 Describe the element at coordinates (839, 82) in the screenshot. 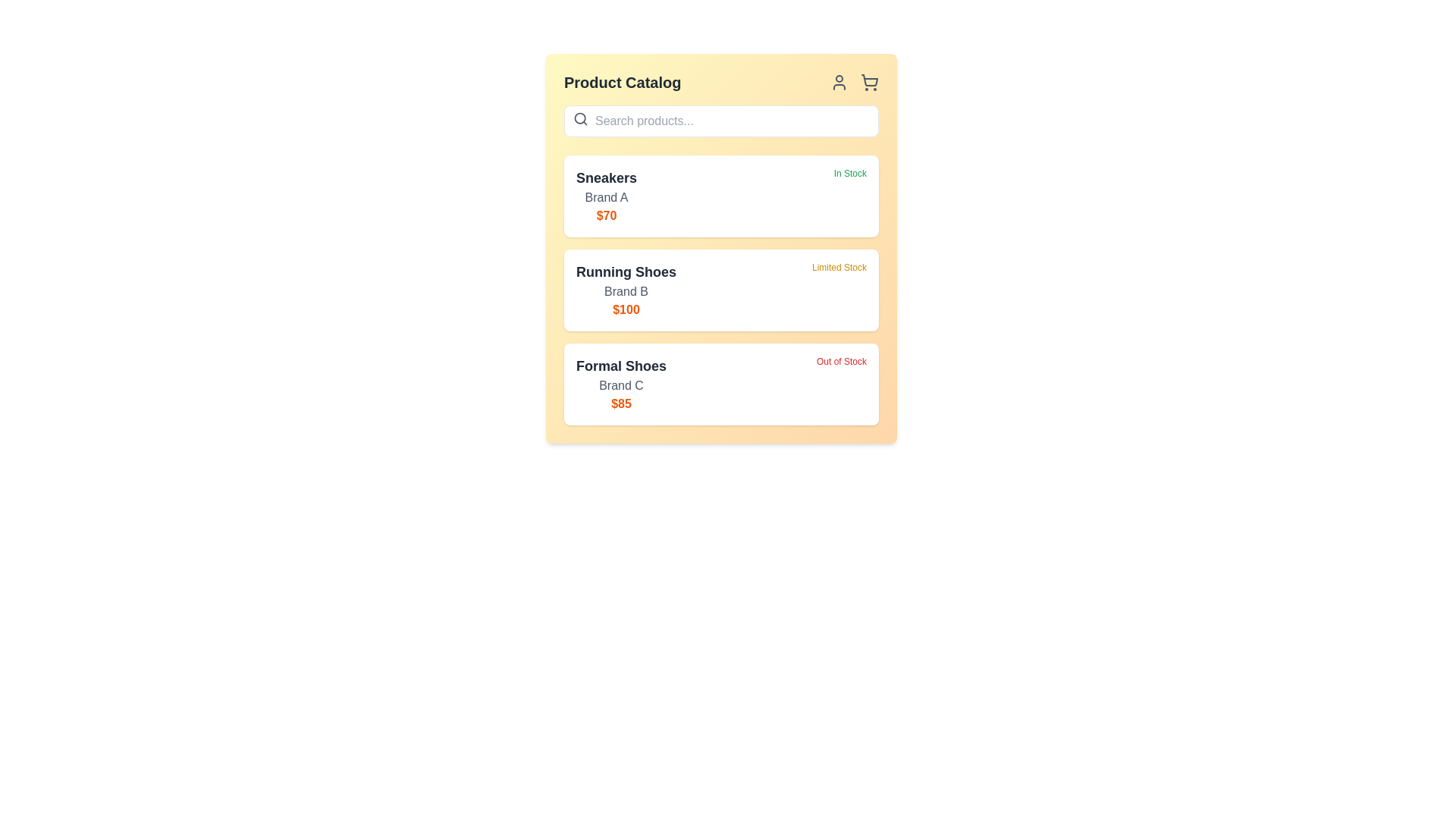

I see `the user profile silhouette icon located at the top-right corner of the section` at that location.